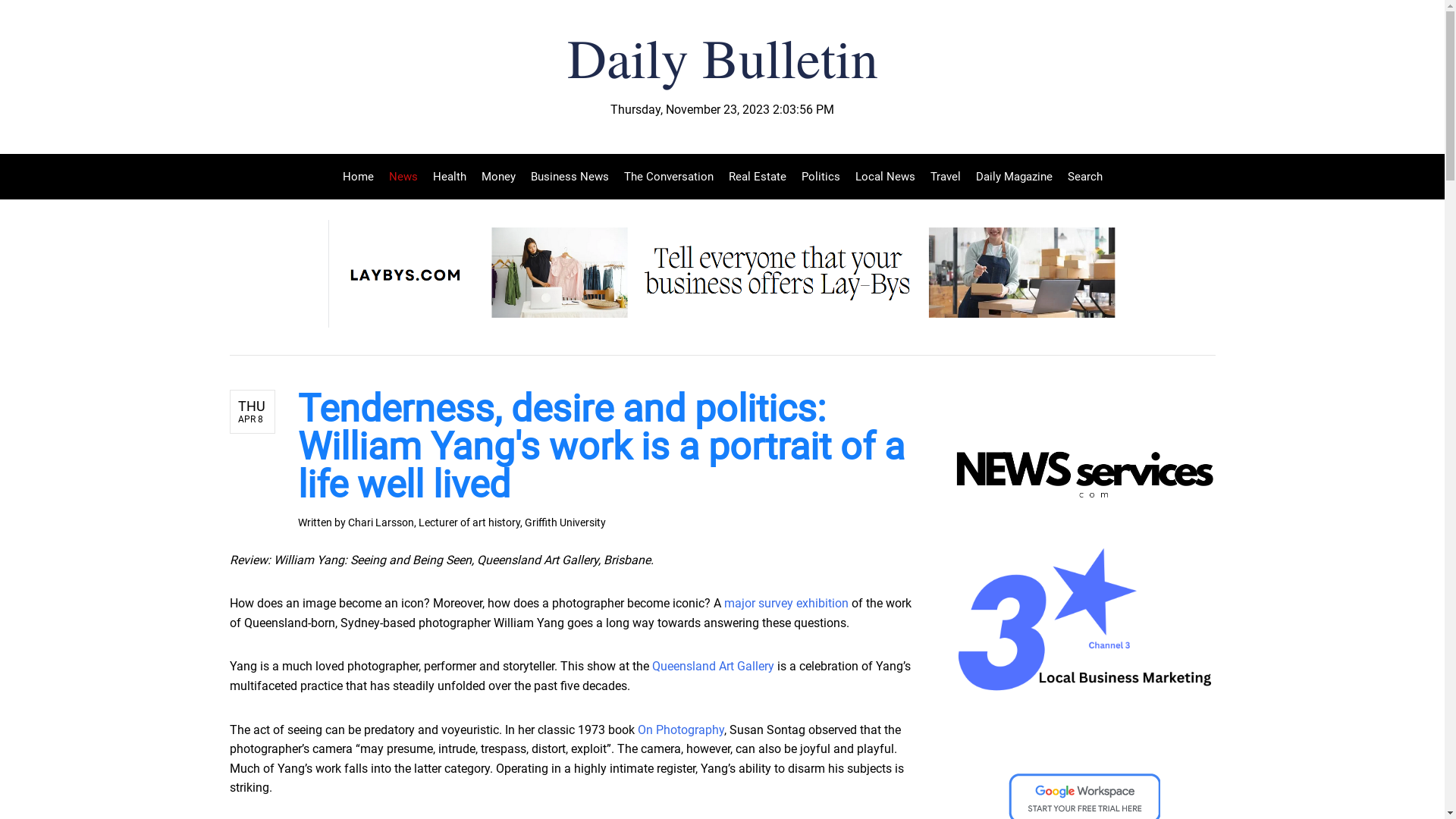 The width and height of the screenshot is (1456, 819). What do you see at coordinates (712, 665) in the screenshot?
I see `'Queensland Art Gallery'` at bounding box center [712, 665].